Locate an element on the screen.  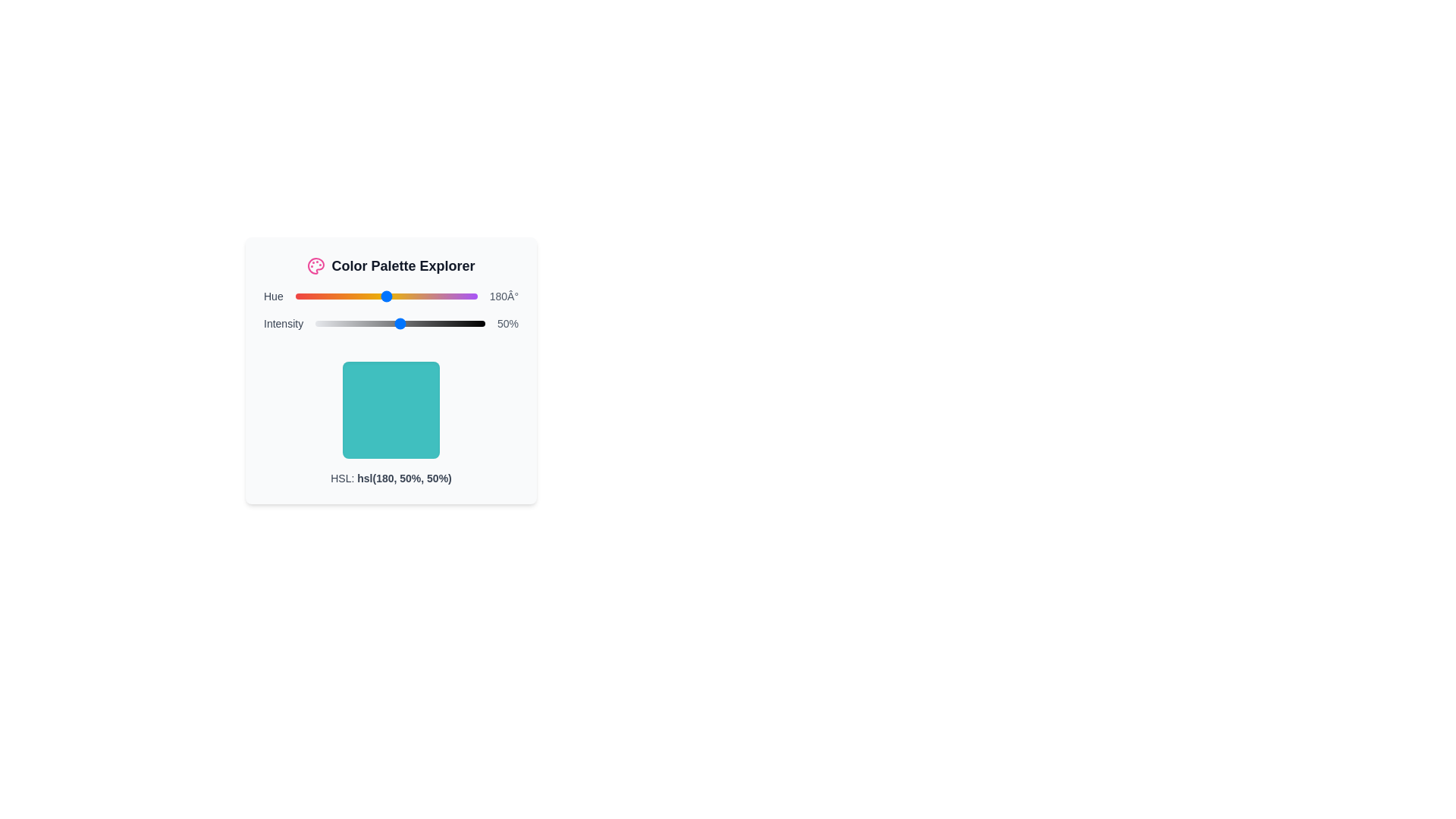
the intensity slider to set the intensity to 17% is located at coordinates (344, 323).